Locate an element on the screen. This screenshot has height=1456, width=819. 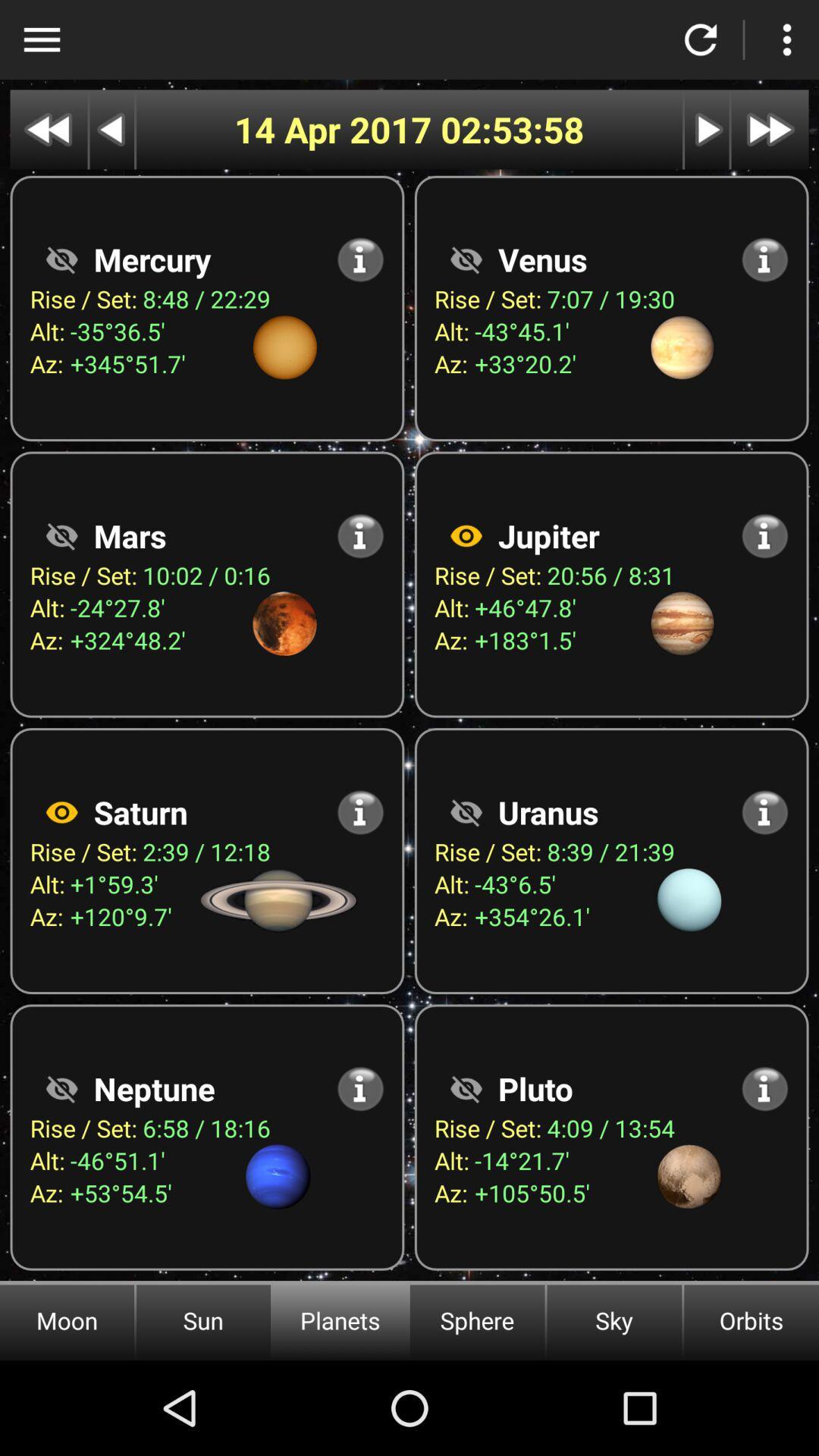
the play icon is located at coordinates (707, 130).